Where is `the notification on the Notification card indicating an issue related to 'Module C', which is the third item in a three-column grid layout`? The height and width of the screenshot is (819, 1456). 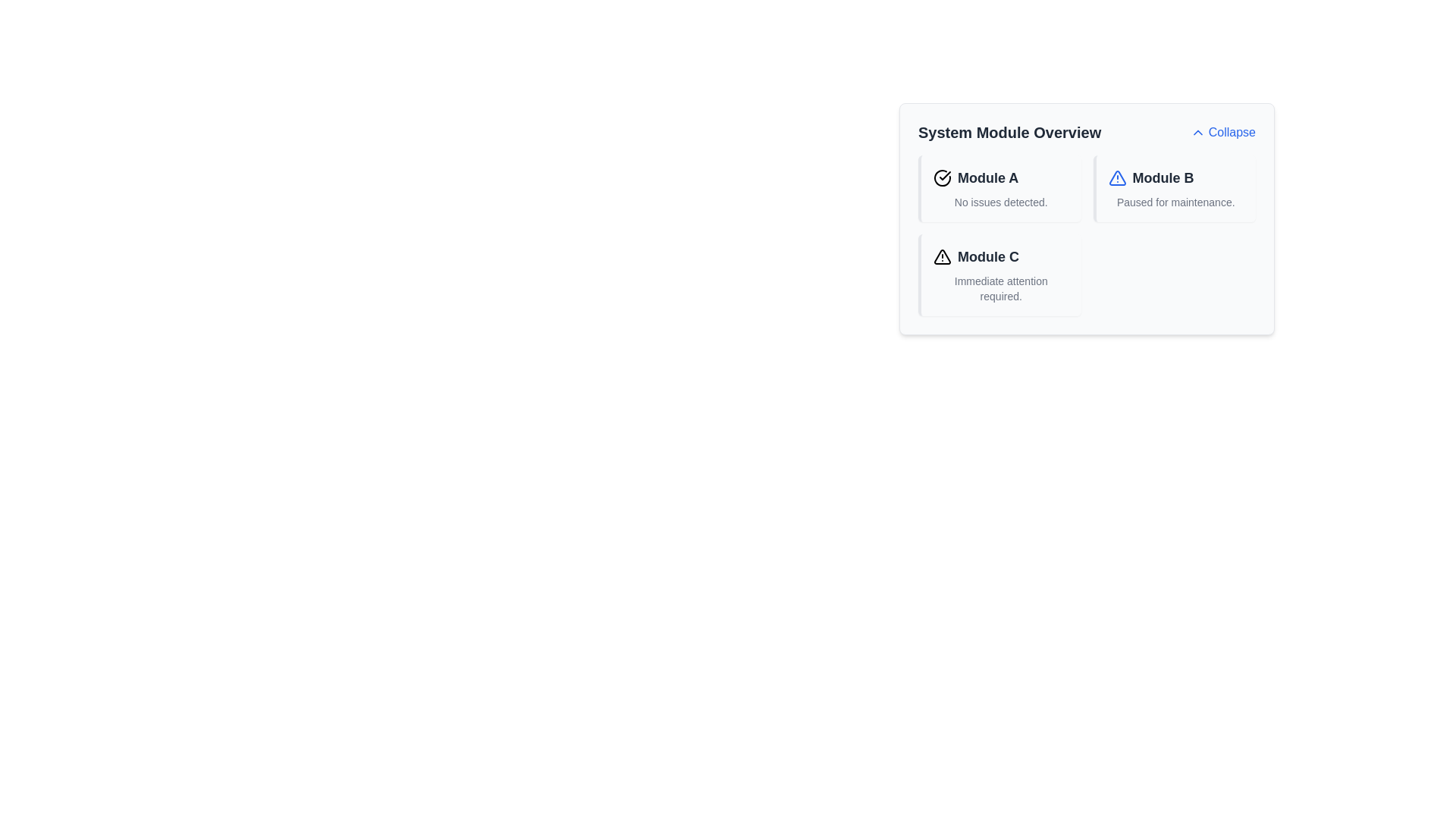
the notification on the Notification card indicating an issue related to 'Module C', which is the third item in a three-column grid layout is located at coordinates (999, 275).